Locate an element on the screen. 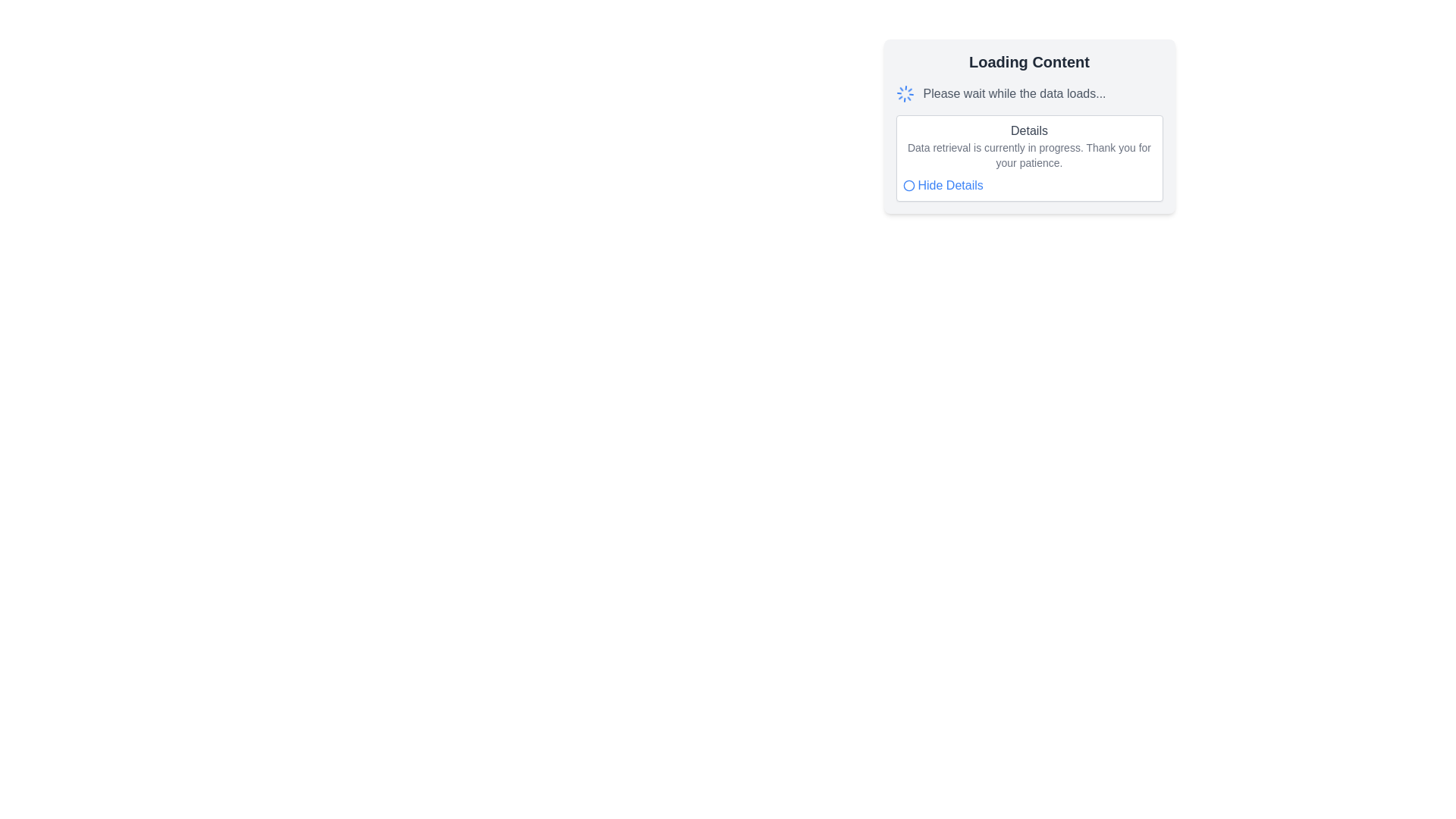 This screenshot has height=819, width=1456. the text label that informs the user about the ongoing data retrieval process, located below the title 'Details' and above the 'Hide Details' element is located at coordinates (1029, 155).